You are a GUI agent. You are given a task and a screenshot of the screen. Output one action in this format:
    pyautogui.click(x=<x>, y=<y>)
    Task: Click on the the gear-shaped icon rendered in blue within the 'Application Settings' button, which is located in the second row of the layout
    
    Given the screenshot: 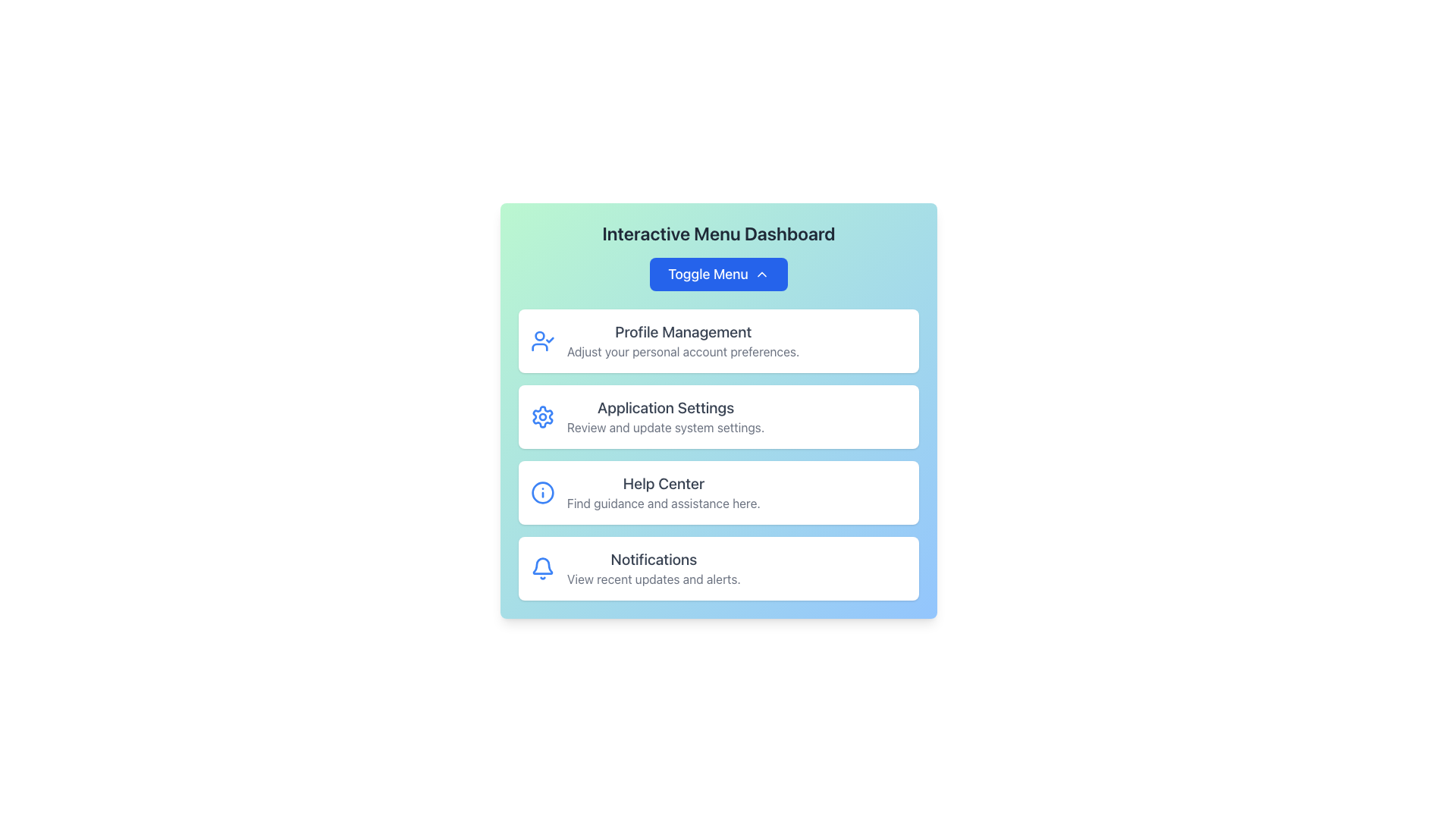 What is the action you would take?
    pyautogui.click(x=542, y=417)
    